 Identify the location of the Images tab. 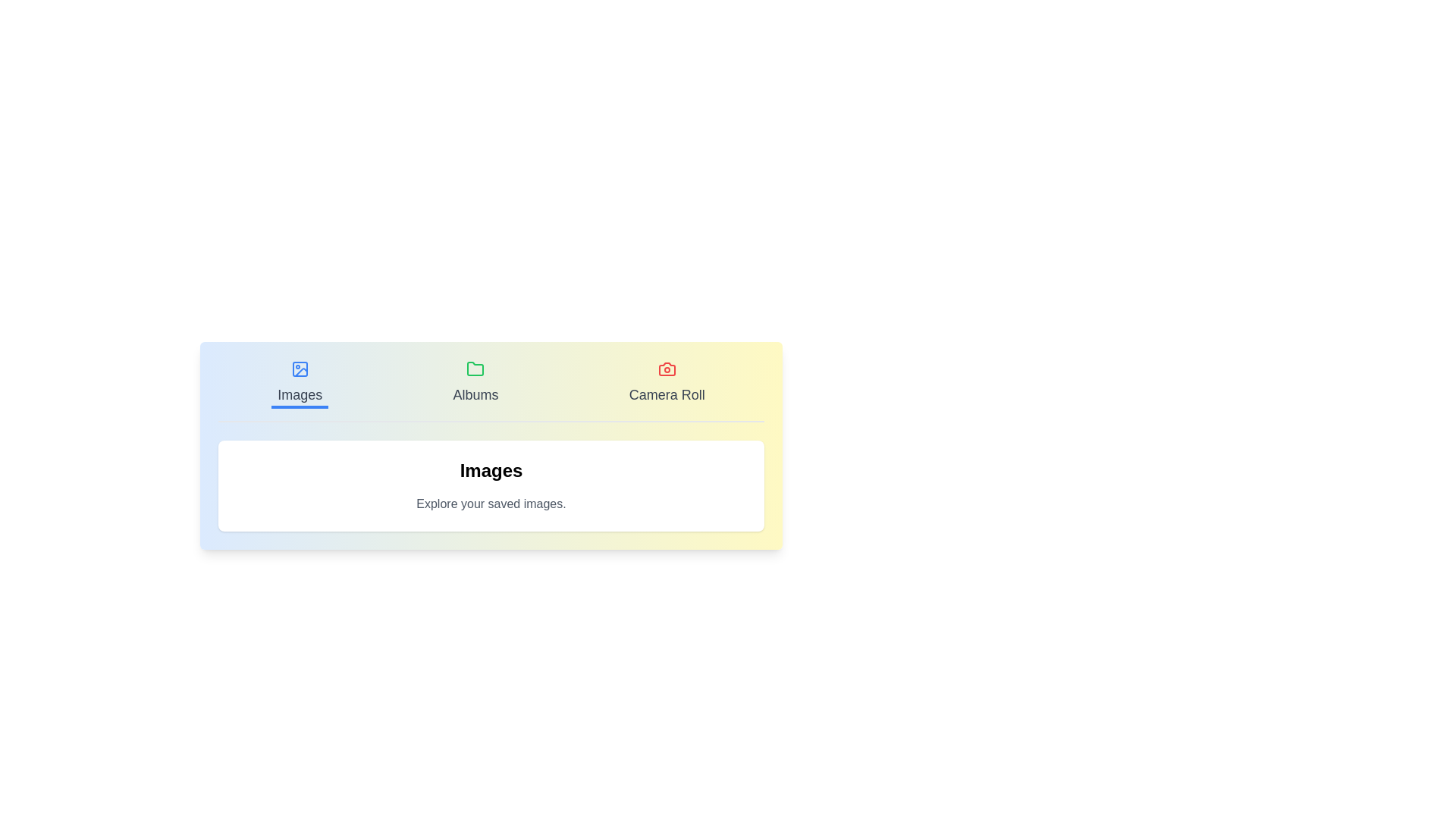
(299, 383).